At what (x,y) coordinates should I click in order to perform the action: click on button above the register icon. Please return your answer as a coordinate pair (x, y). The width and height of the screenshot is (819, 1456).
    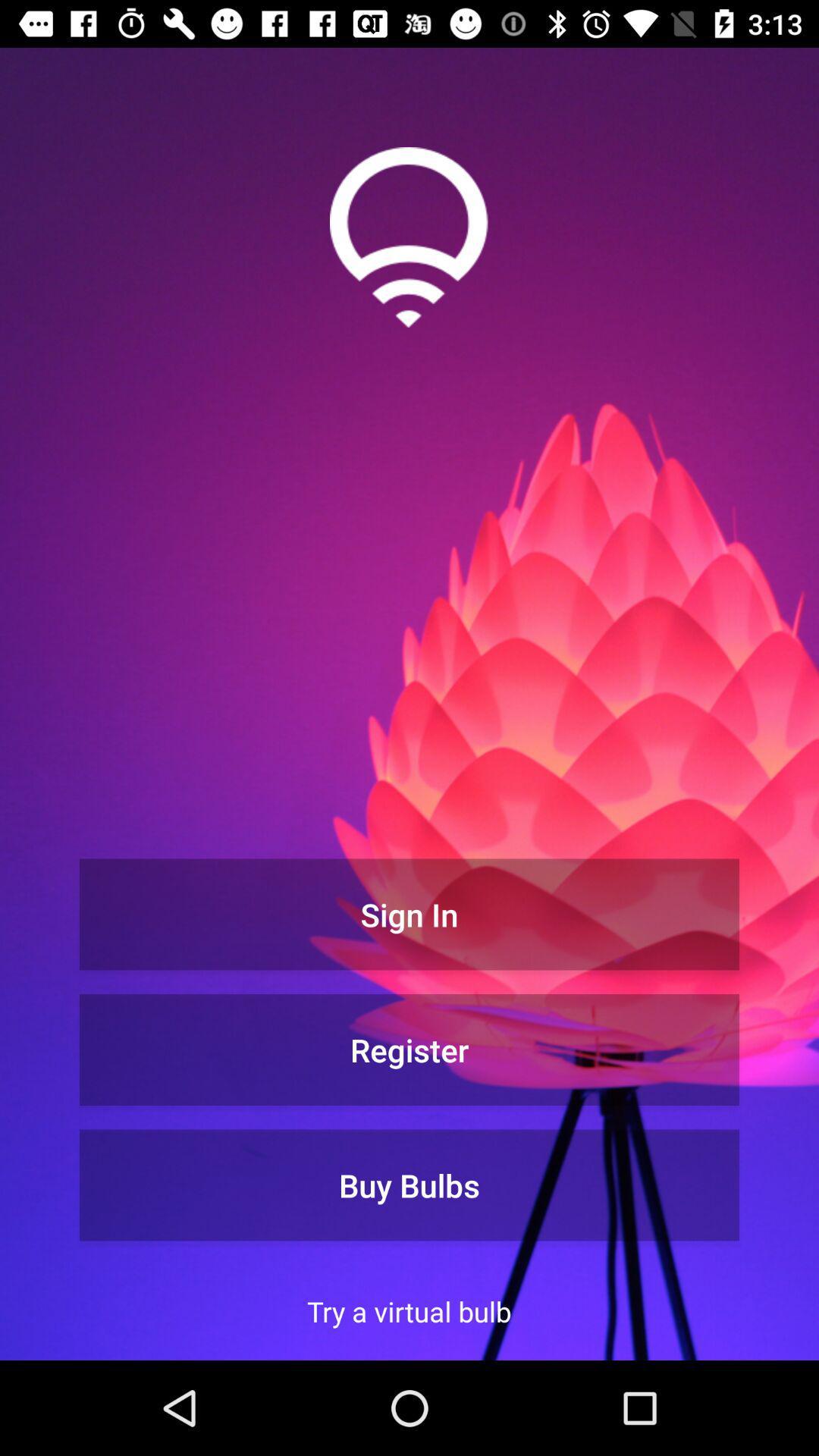
    Looking at the image, I should click on (409, 913).